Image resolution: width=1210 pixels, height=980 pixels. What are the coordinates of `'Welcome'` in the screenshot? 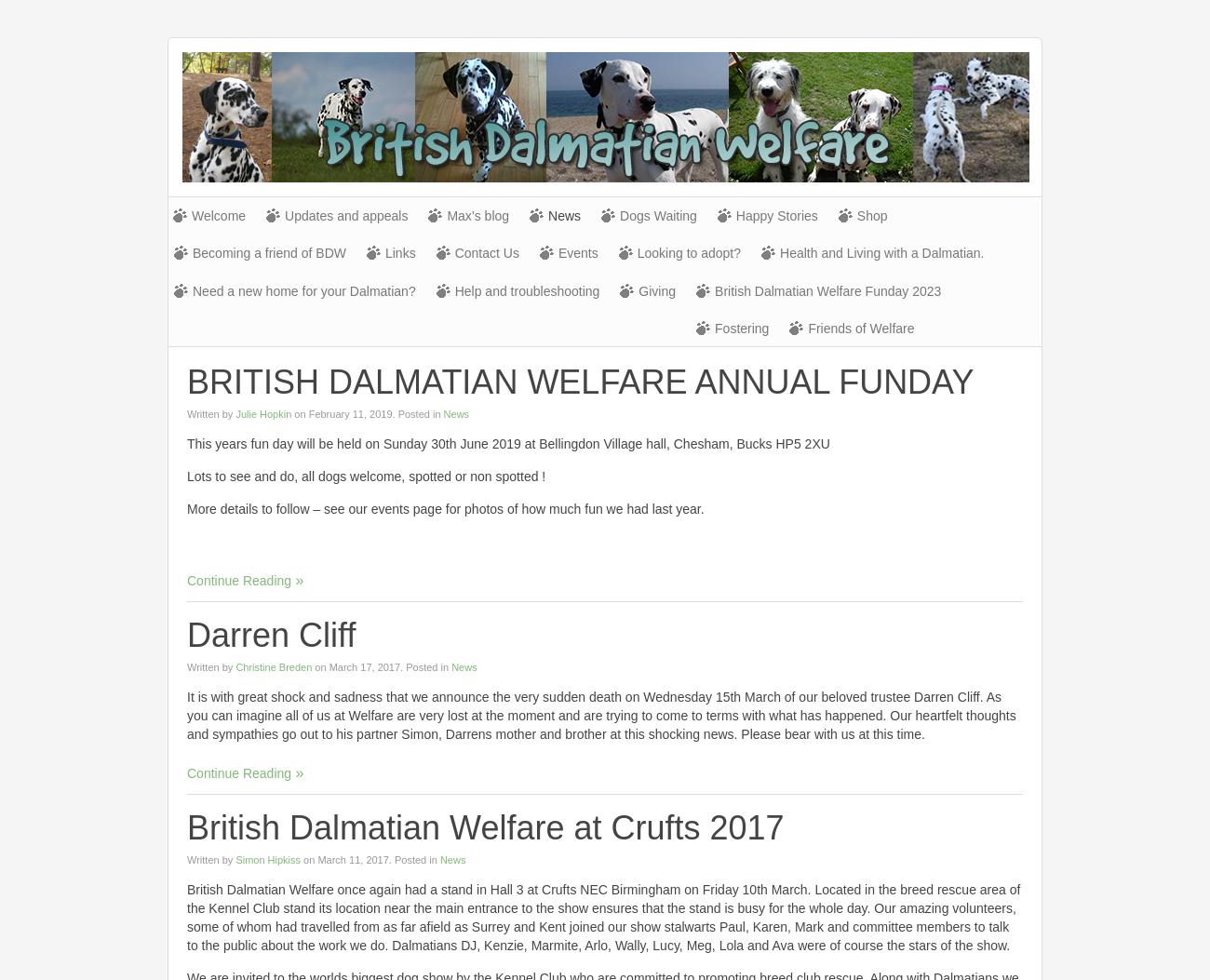 It's located at (218, 215).